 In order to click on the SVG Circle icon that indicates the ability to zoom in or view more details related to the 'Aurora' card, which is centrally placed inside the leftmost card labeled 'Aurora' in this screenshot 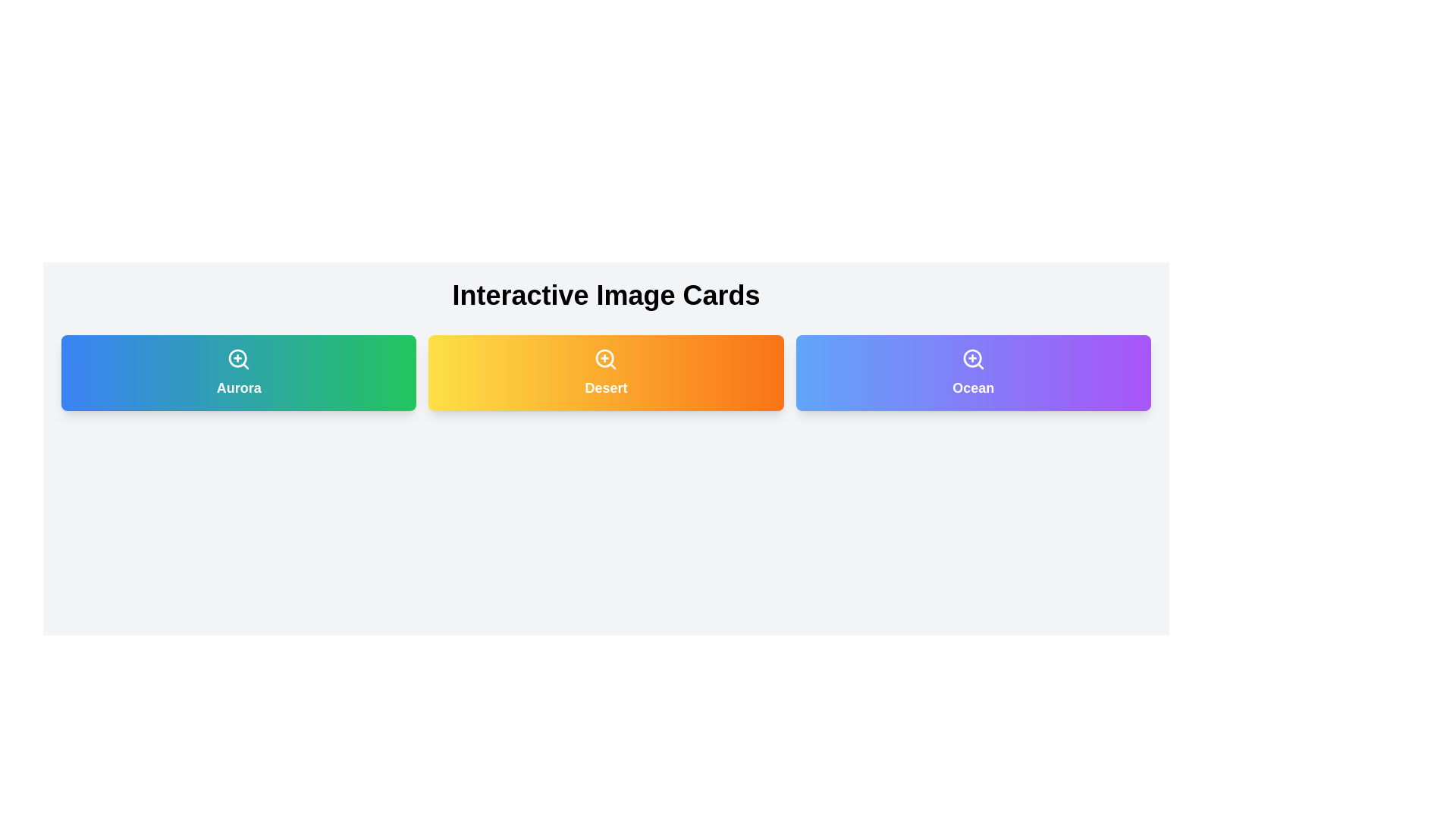, I will do `click(237, 358)`.